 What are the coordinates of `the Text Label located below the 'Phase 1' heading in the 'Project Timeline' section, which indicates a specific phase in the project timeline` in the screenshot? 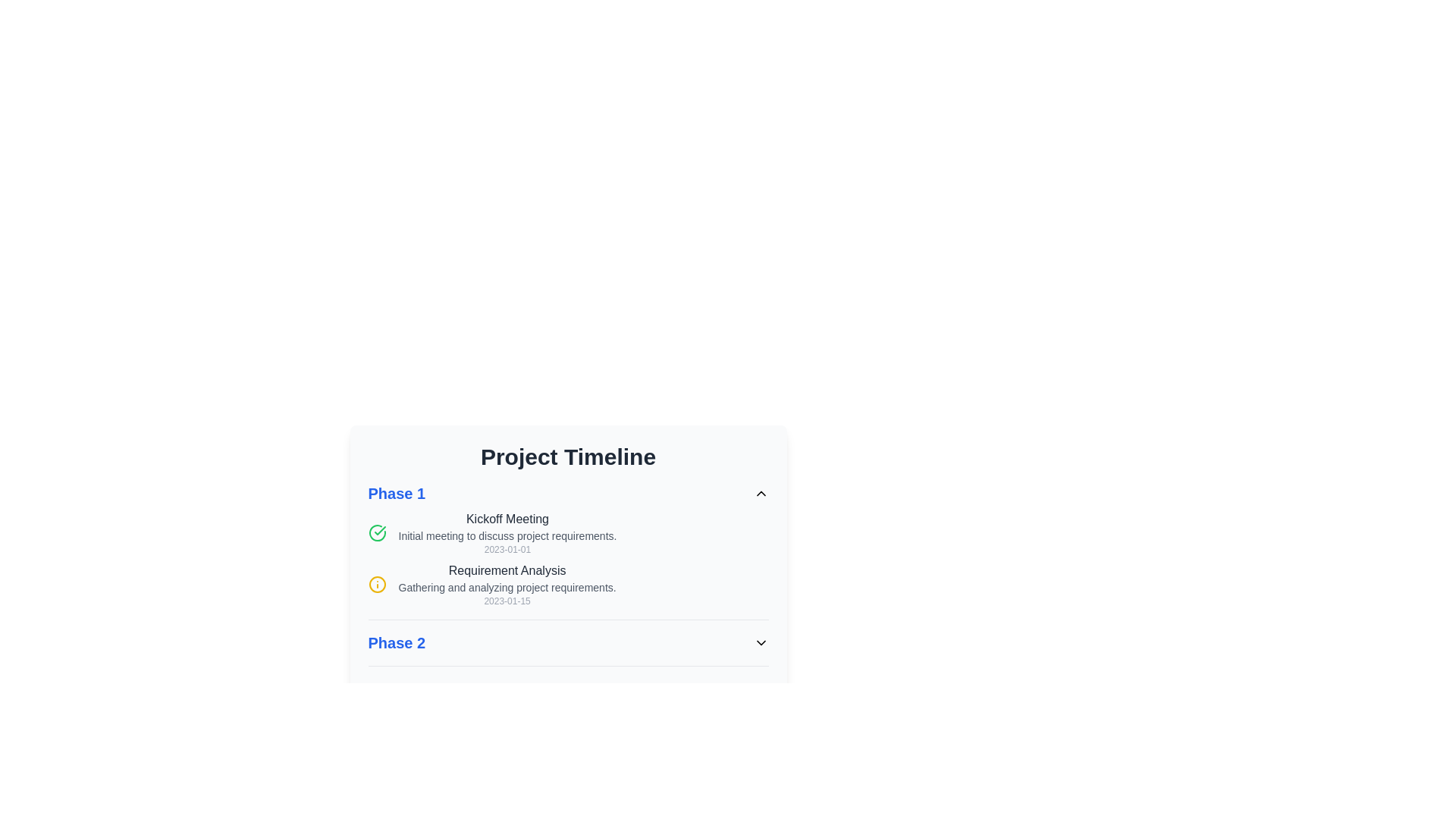 It's located at (397, 643).